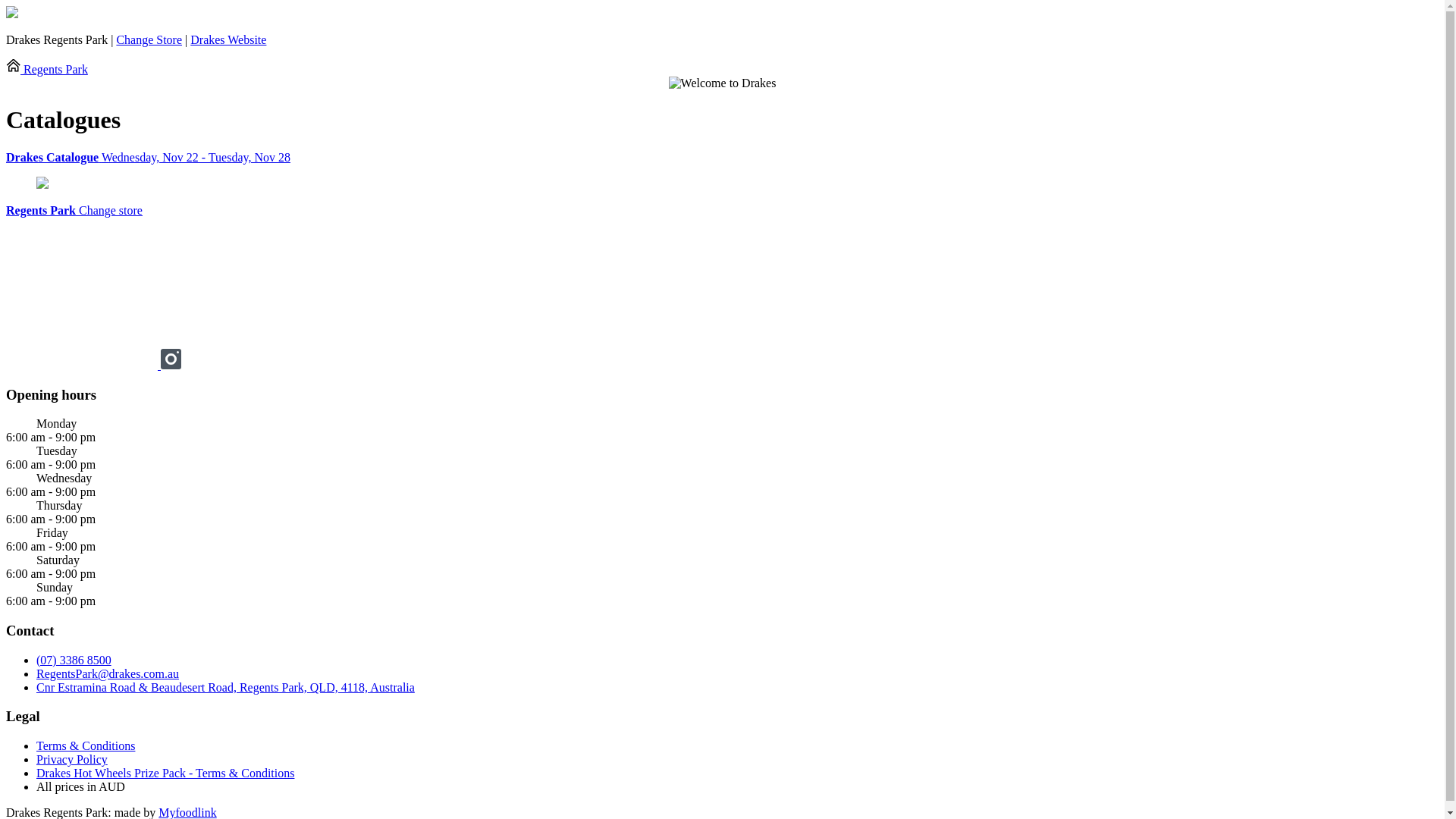 This screenshot has width=1456, height=819. Describe the element at coordinates (107, 673) in the screenshot. I see `'RegentsPark@drakes.com.au'` at that location.